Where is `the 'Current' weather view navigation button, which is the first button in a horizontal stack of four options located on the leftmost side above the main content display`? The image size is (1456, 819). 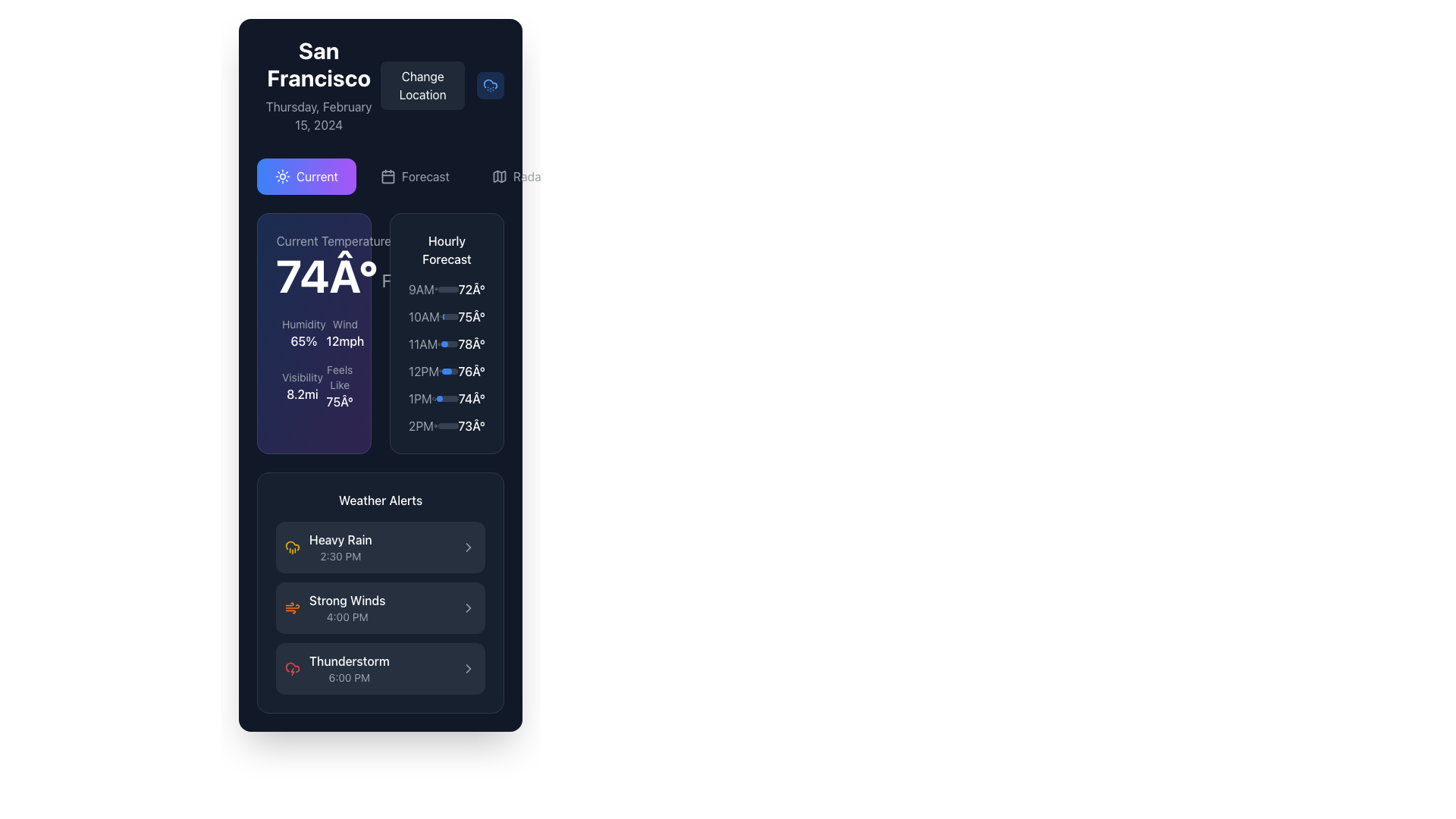 the 'Current' weather view navigation button, which is the first button in a horizontal stack of four options located on the leftmost side above the main content display is located at coordinates (306, 175).